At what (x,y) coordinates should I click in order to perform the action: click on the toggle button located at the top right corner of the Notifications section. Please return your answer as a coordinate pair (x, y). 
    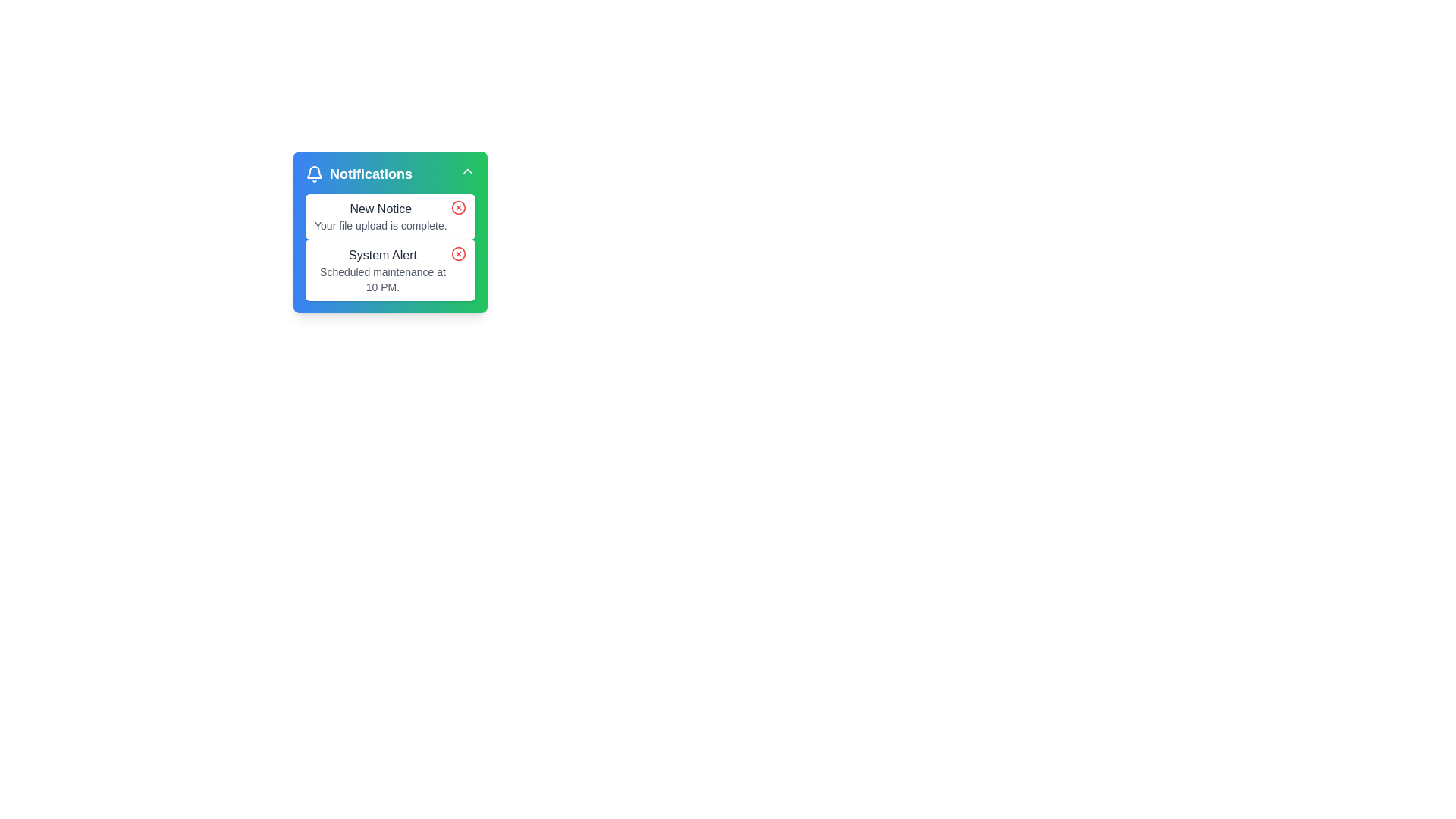
    Looking at the image, I should click on (467, 171).